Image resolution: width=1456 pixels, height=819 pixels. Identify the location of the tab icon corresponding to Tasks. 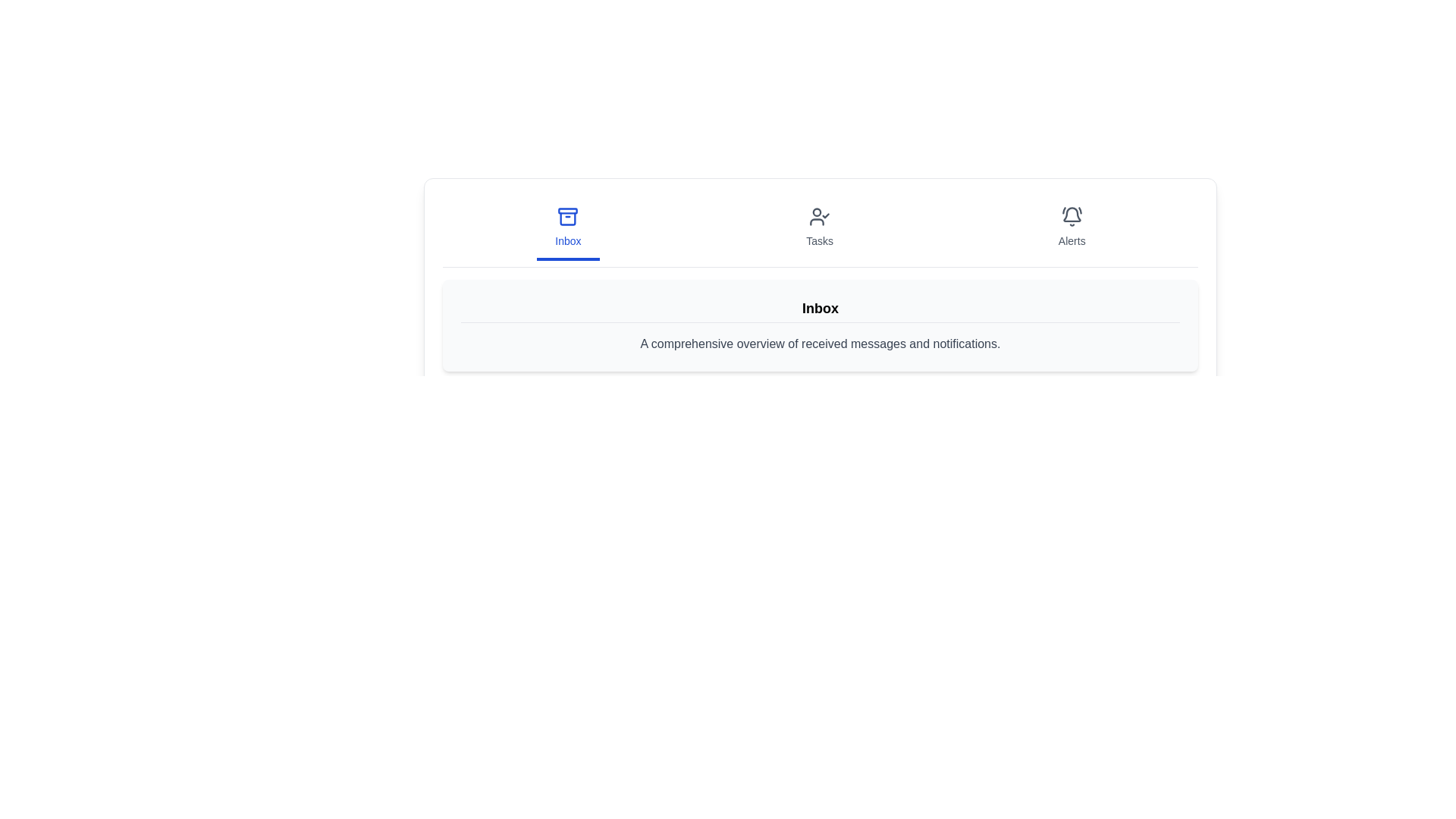
(819, 228).